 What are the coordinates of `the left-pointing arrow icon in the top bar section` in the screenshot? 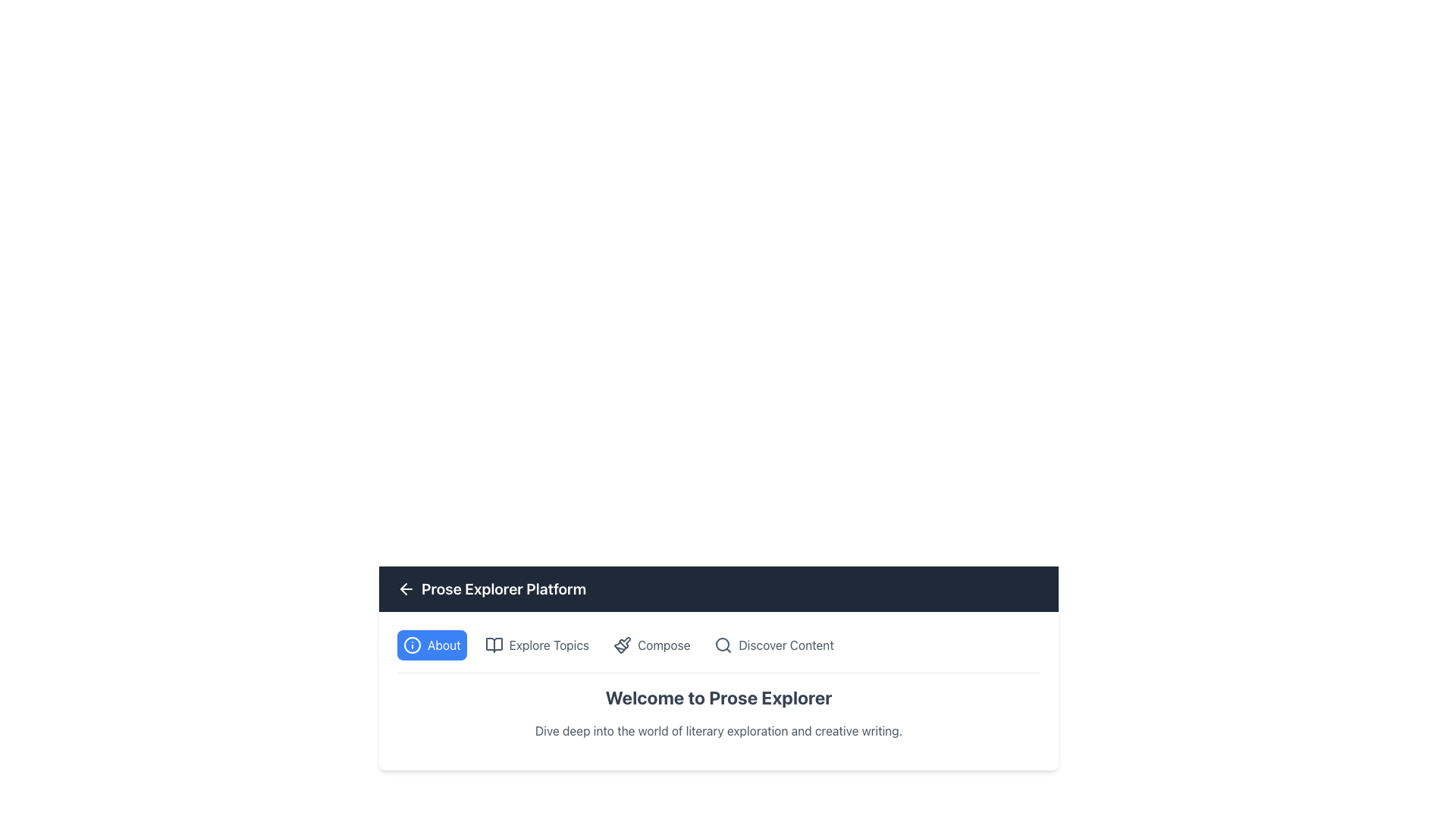 It's located at (406, 588).